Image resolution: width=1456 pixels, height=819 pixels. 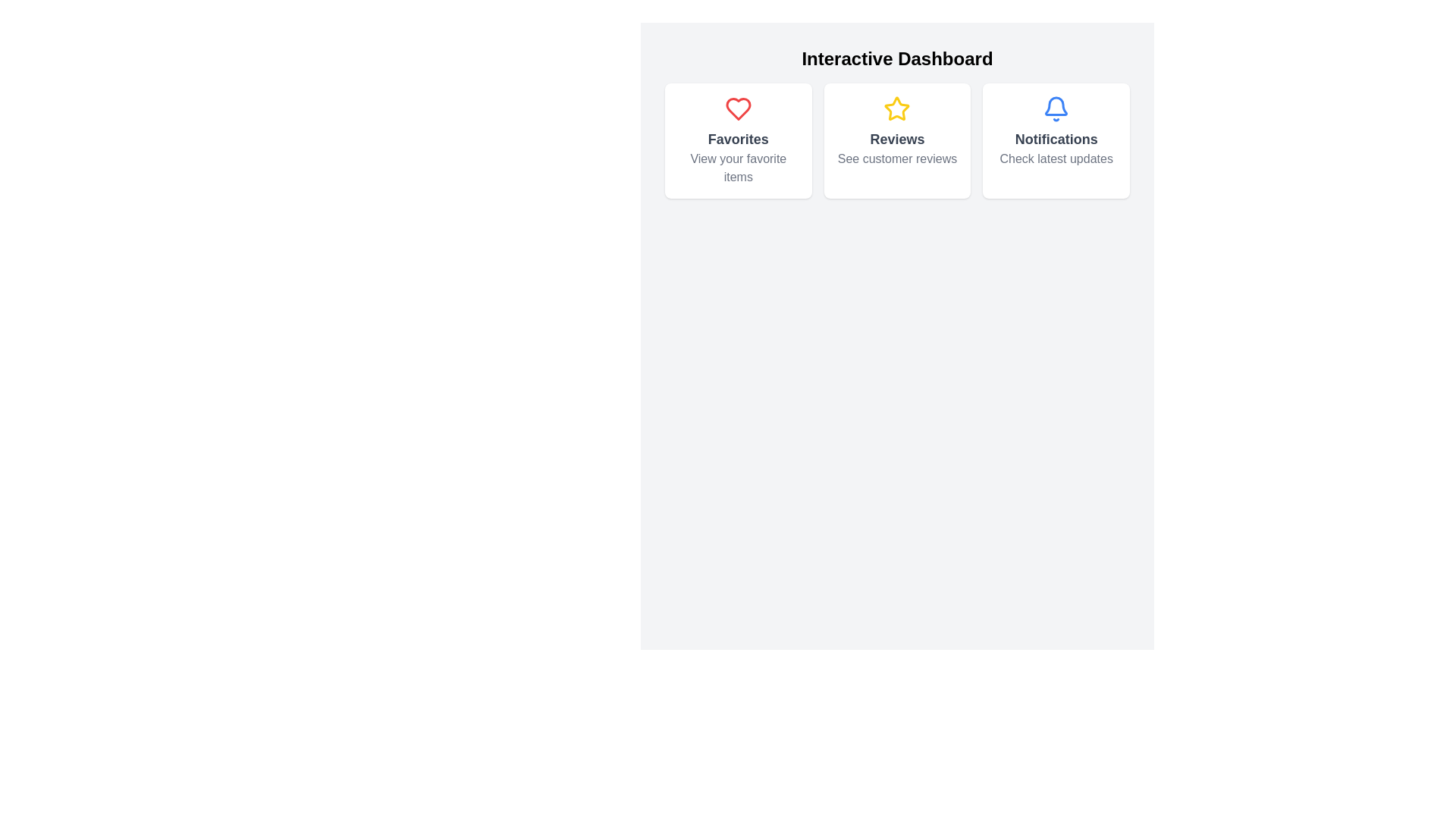 I want to click on the text label that provides additional information related to notifications, located centrally within the card component under the 'Notifications' section, so click(x=1056, y=158).